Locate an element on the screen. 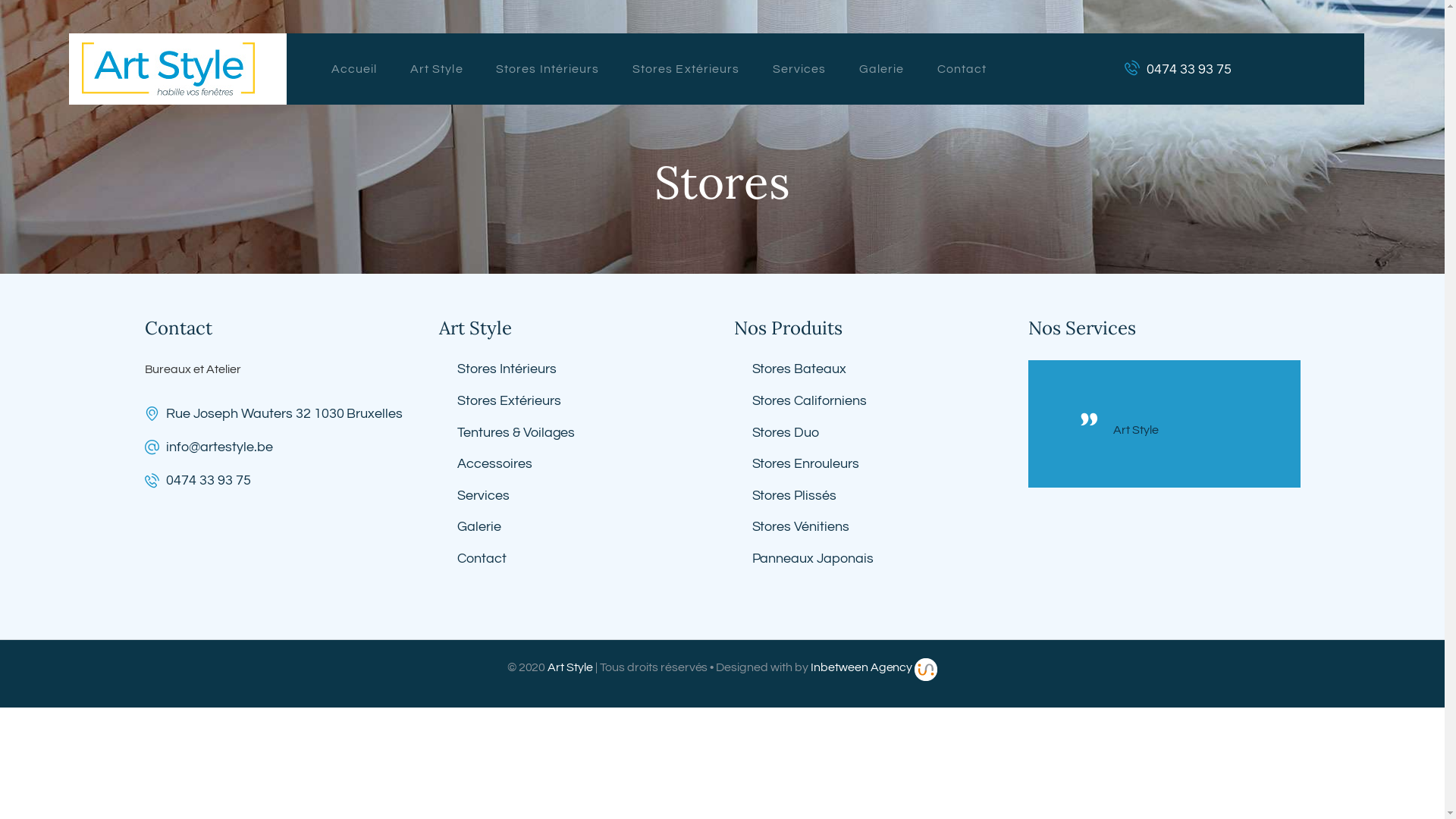 The height and width of the screenshot is (819, 1456). 'Galerie' is located at coordinates (457, 526).